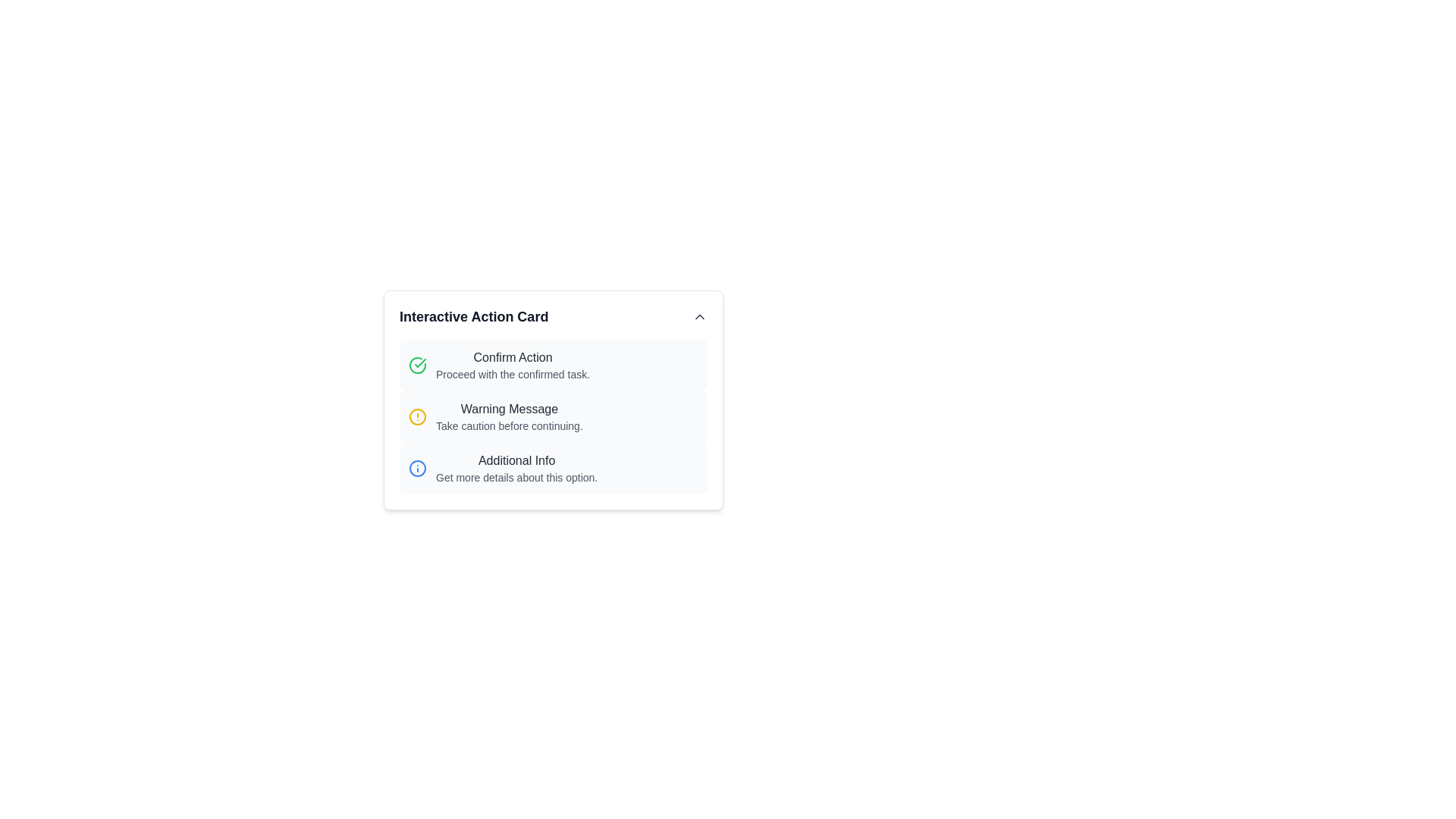 This screenshot has width=1456, height=819. What do you see at coordinates (552, 417) in the screenshot?
I see `warning message from the second informational box within the 'Interactive Action Card', which is positioned between 'Confirm Action' and 'Additional Info'` at bounding box center [552, 417].